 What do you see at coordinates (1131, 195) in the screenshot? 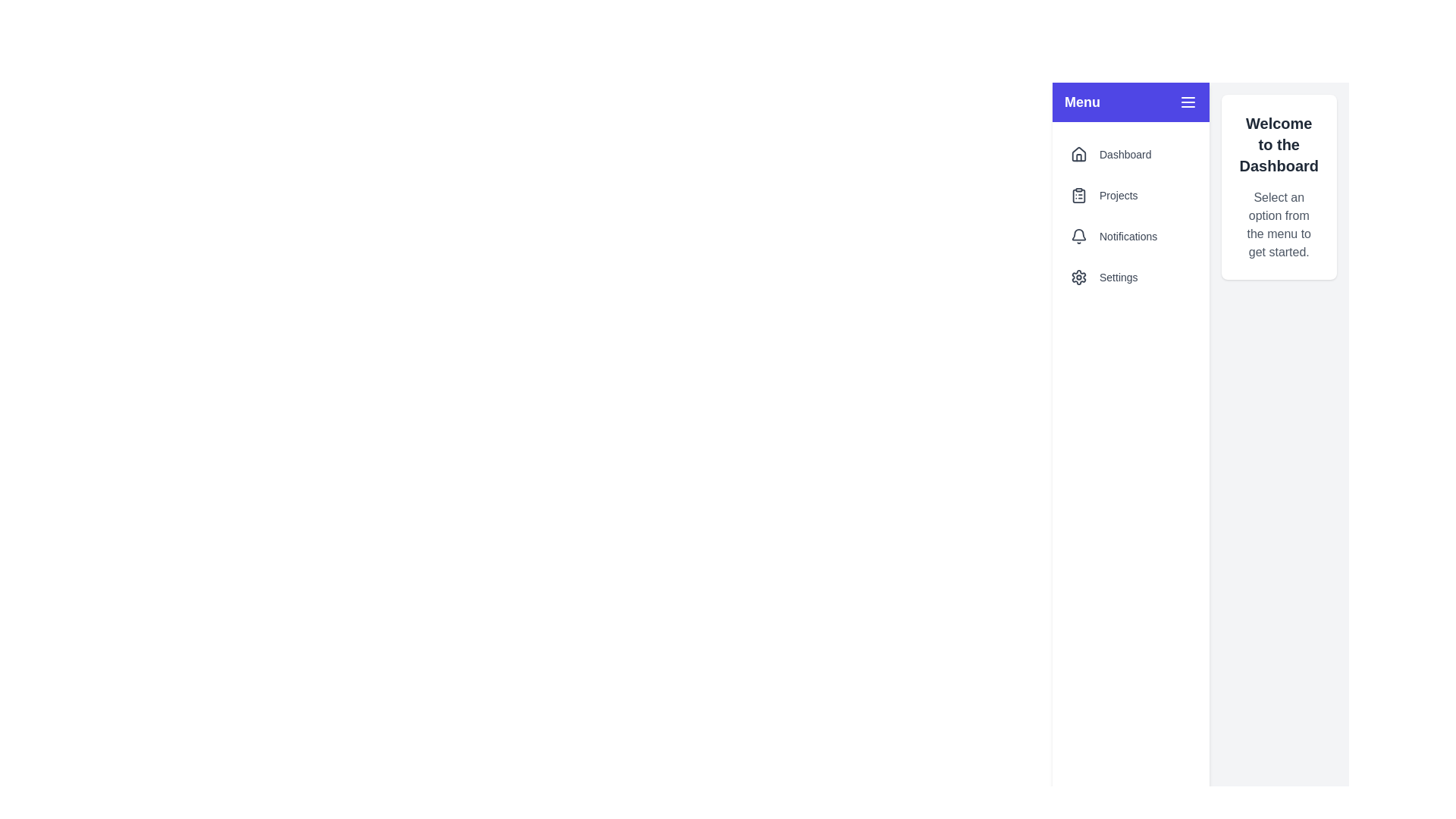
I see `the menu item Projects from the drawer` at bounding box center [1131, 195].